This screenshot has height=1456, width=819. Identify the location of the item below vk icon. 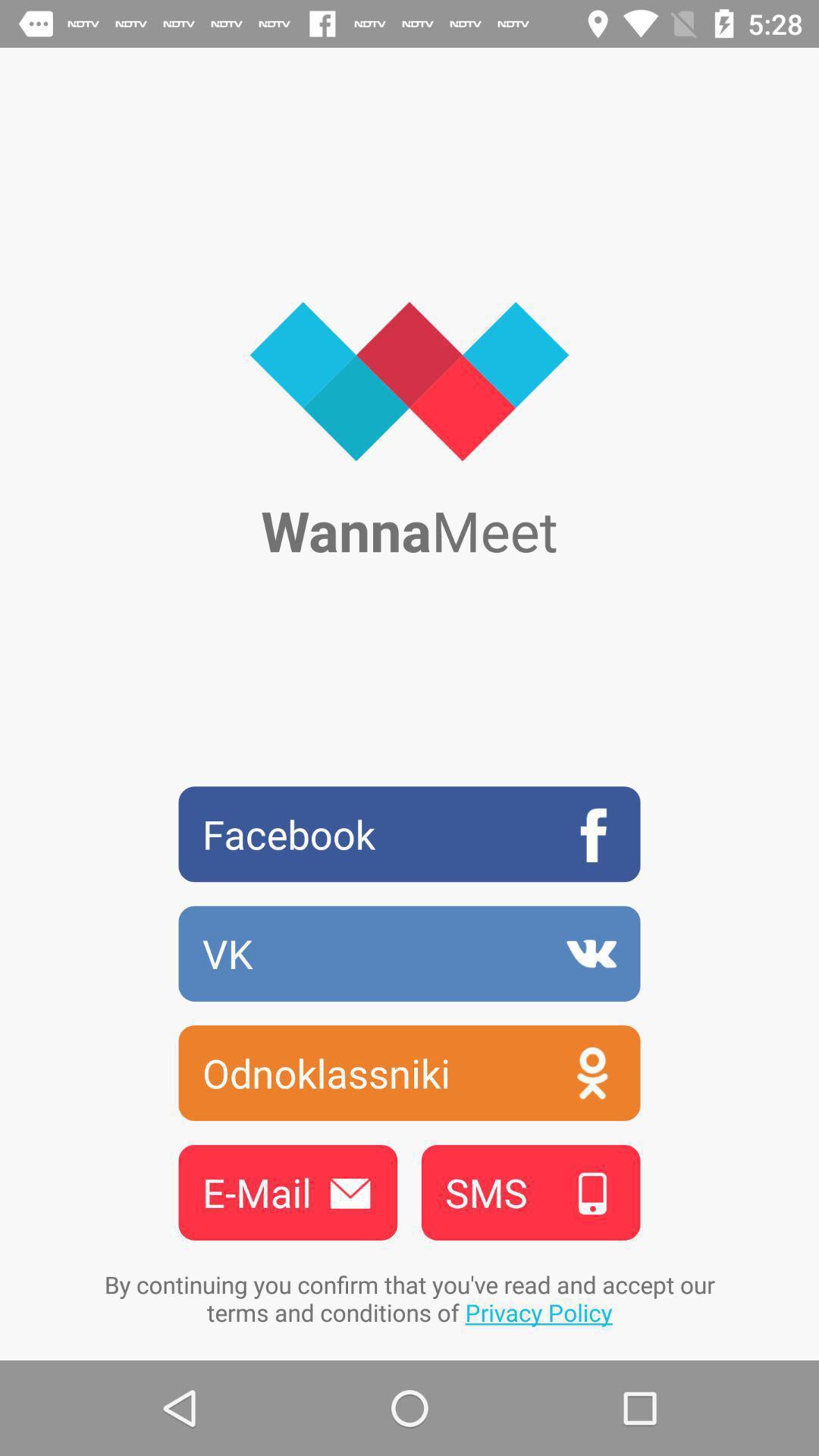
(409, 1072).